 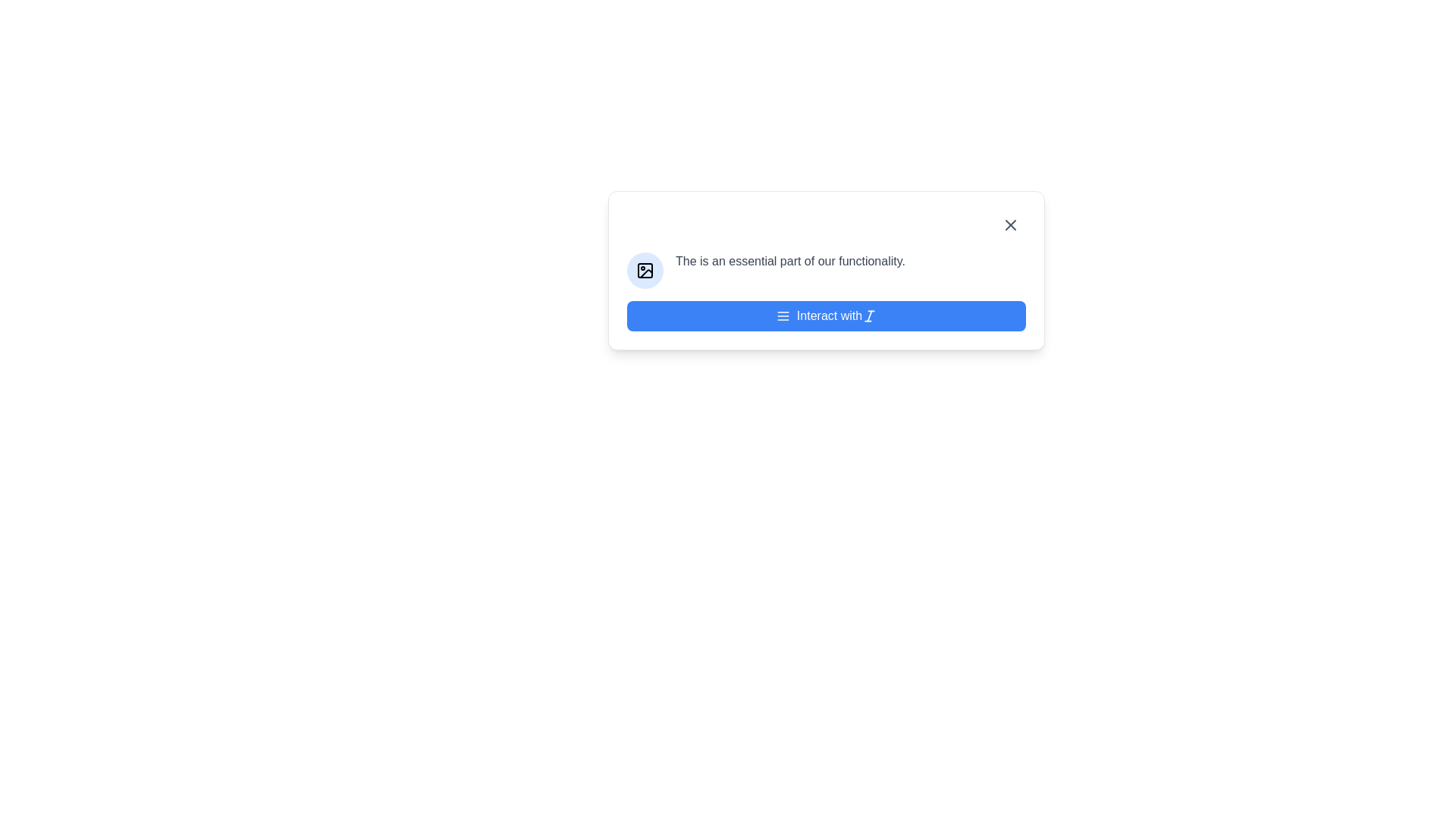 What do you see at coordinates (870, 315) in the screenshot?
I see `the italic 'I' icon, which is located to the right of the blue 'Interact with' button and has a compact size of 20x20 pixels` at bounding box center [870, 315].